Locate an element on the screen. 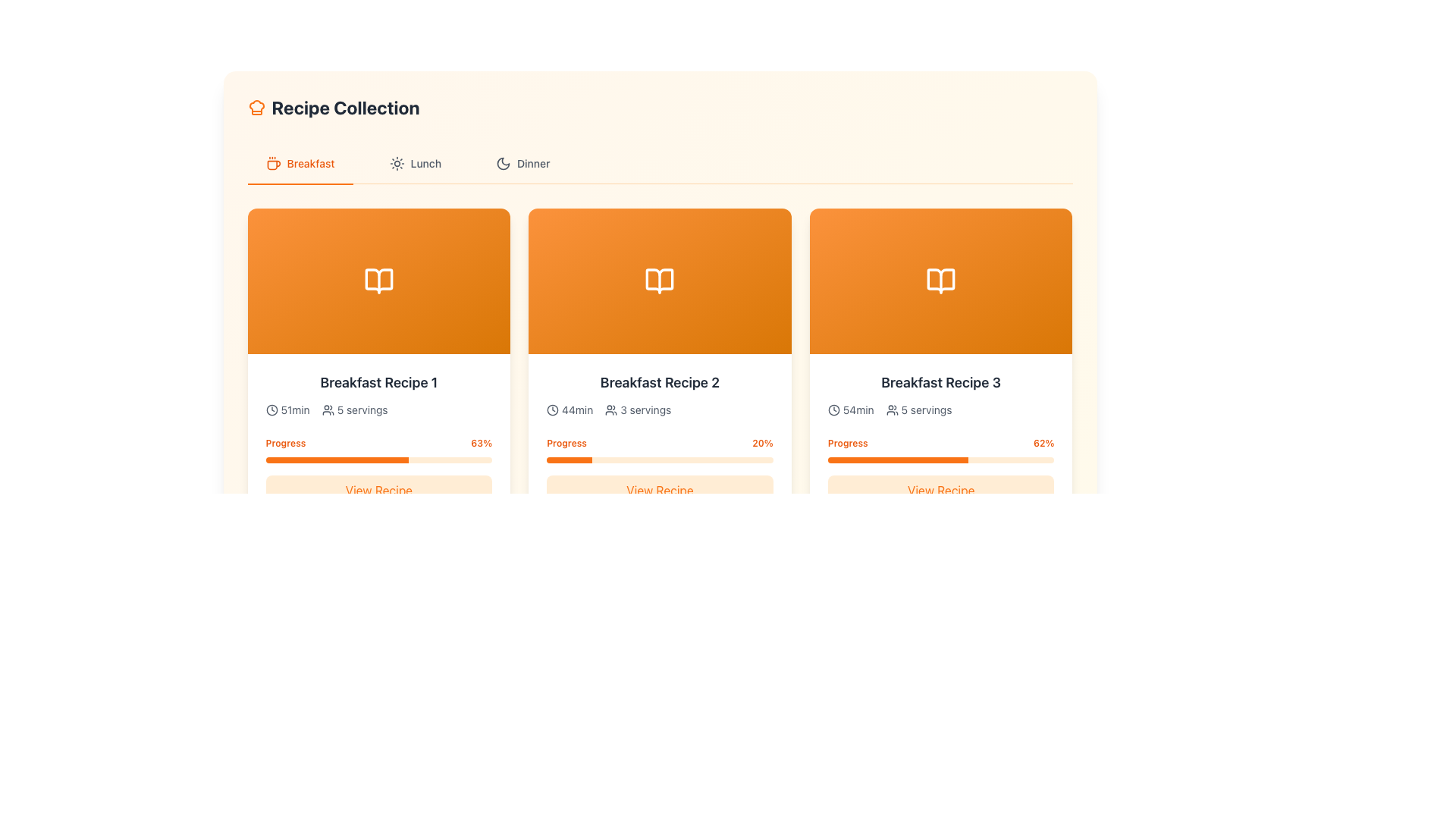  the left half of the open book icon in the orange header section of the 'Breakfast Recipe 1' card is located at coordinates (660, 281).